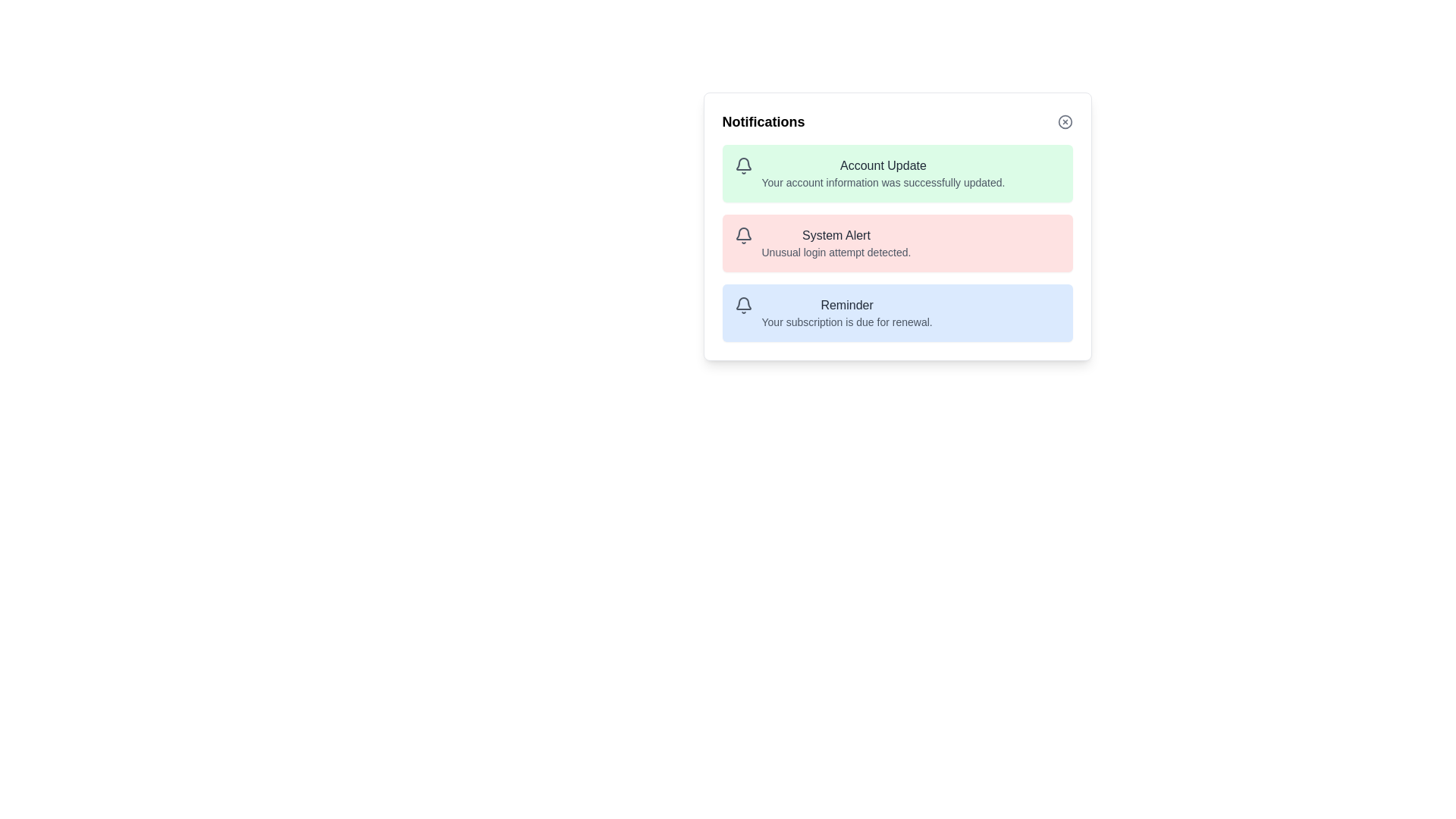 Image resolution: width=1456 pixels, height=819 pixels. Describe the element at coordinates (846, 312) in the screenshot. I see `Notification text block that displays 'Reminder' and 'Your subscription is due for renewal.' positioned below the pink 'System Alert' bar` at that location.